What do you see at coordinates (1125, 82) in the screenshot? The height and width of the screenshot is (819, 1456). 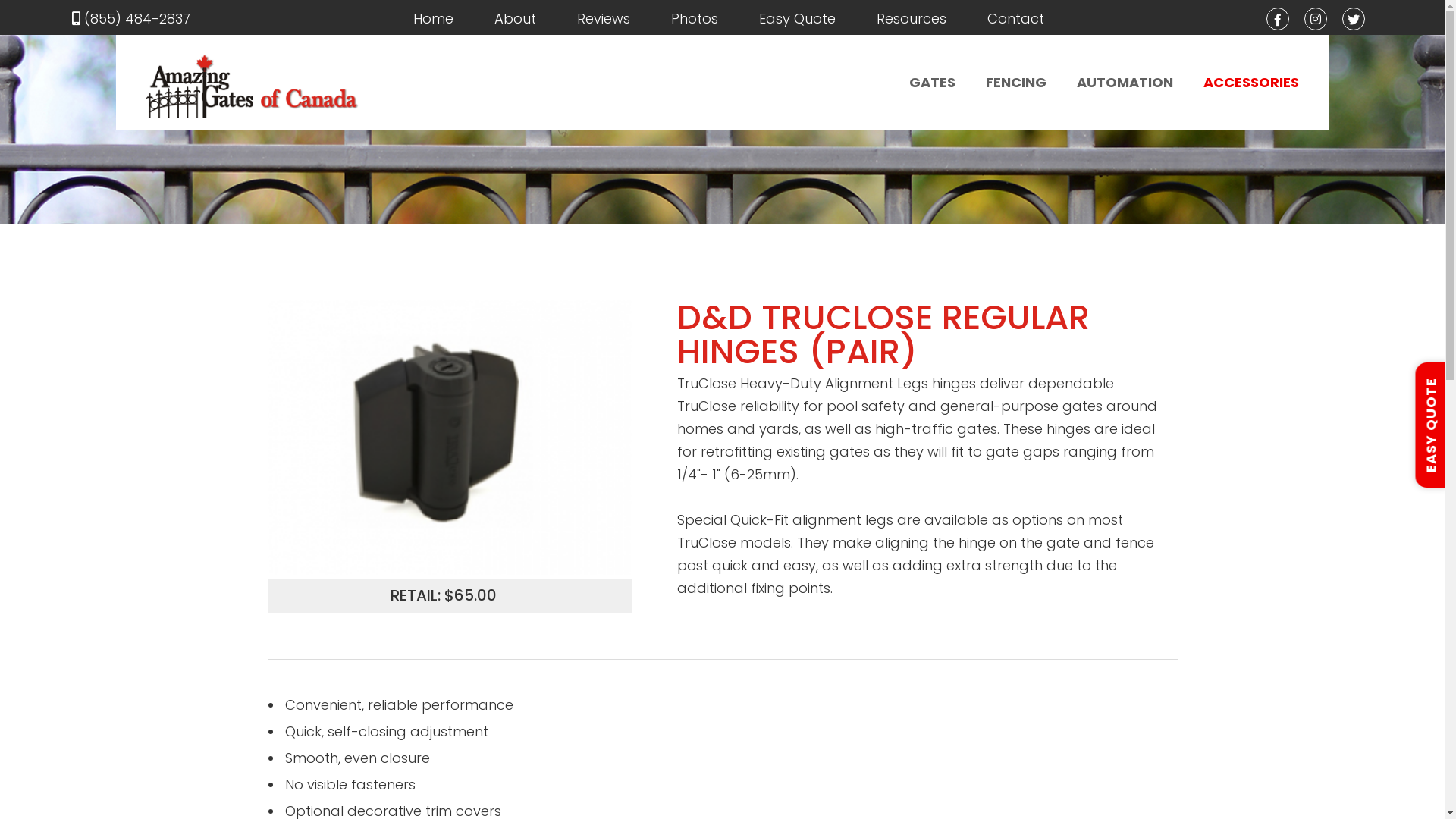 I see `'AUTOMATION'` at bounding box center [1125, 82].